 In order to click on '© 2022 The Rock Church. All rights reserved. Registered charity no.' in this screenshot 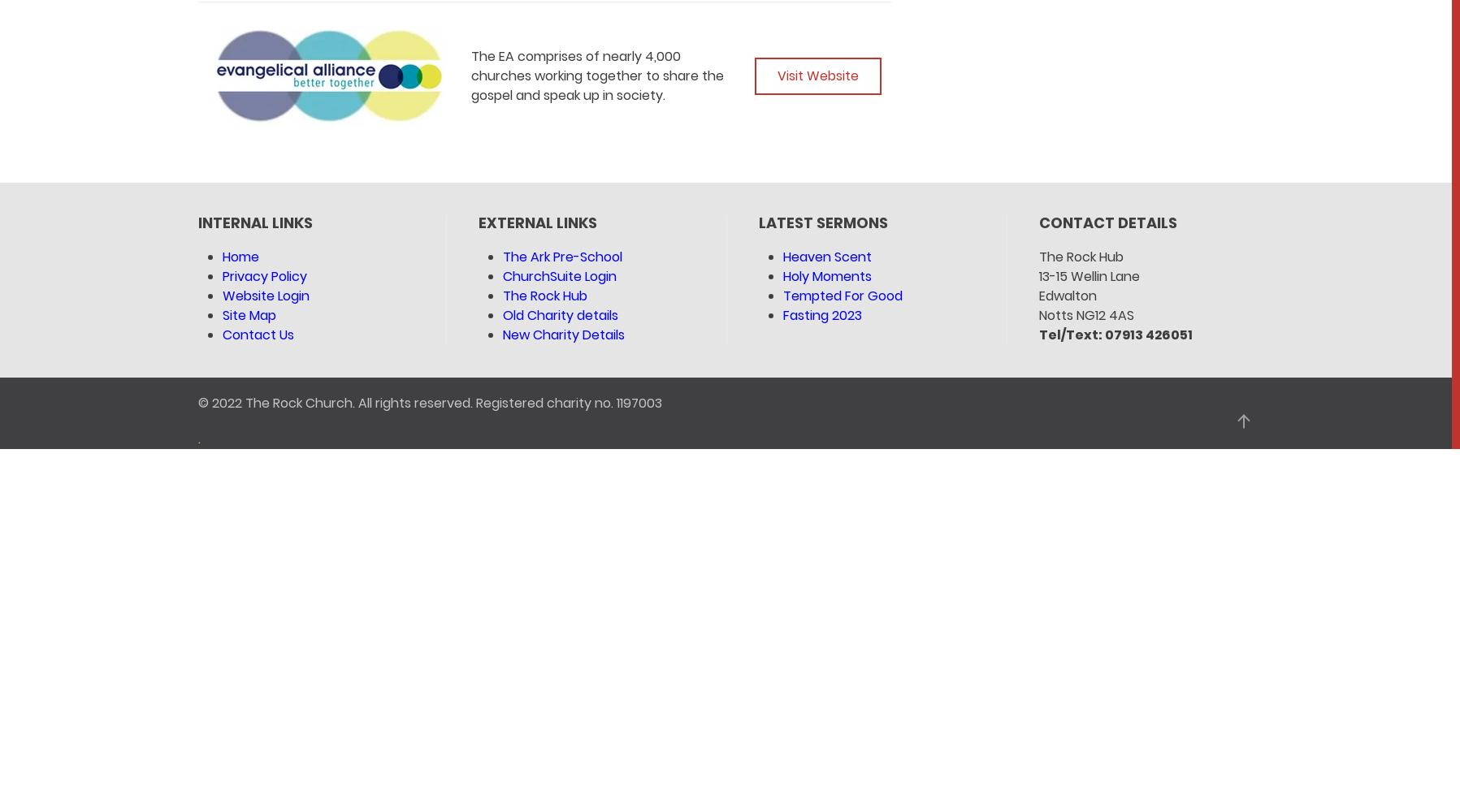, I will do `click(405, 401)`.